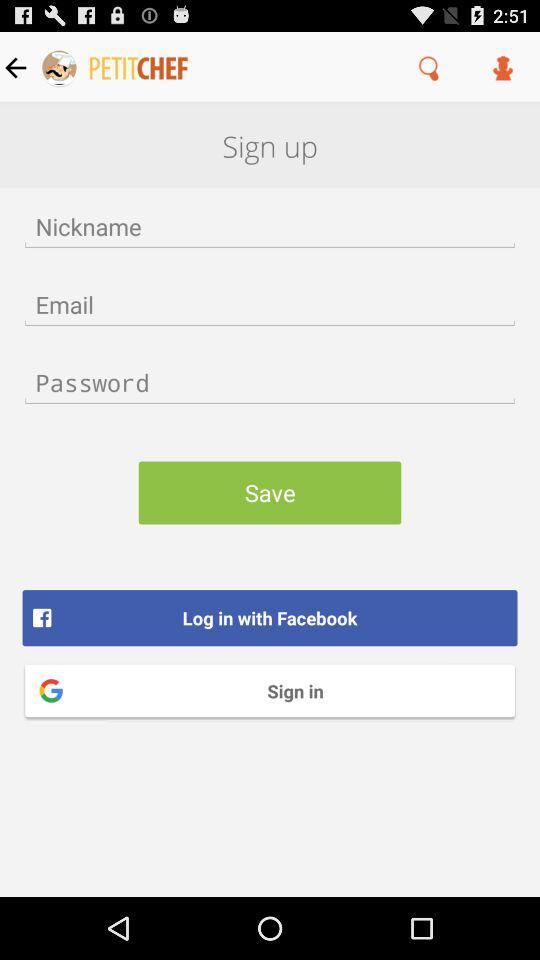  What do you see at coordinates (428, 67) in the screenshot?
I see `the icon above sign up item` at bounding box center [428, 67].